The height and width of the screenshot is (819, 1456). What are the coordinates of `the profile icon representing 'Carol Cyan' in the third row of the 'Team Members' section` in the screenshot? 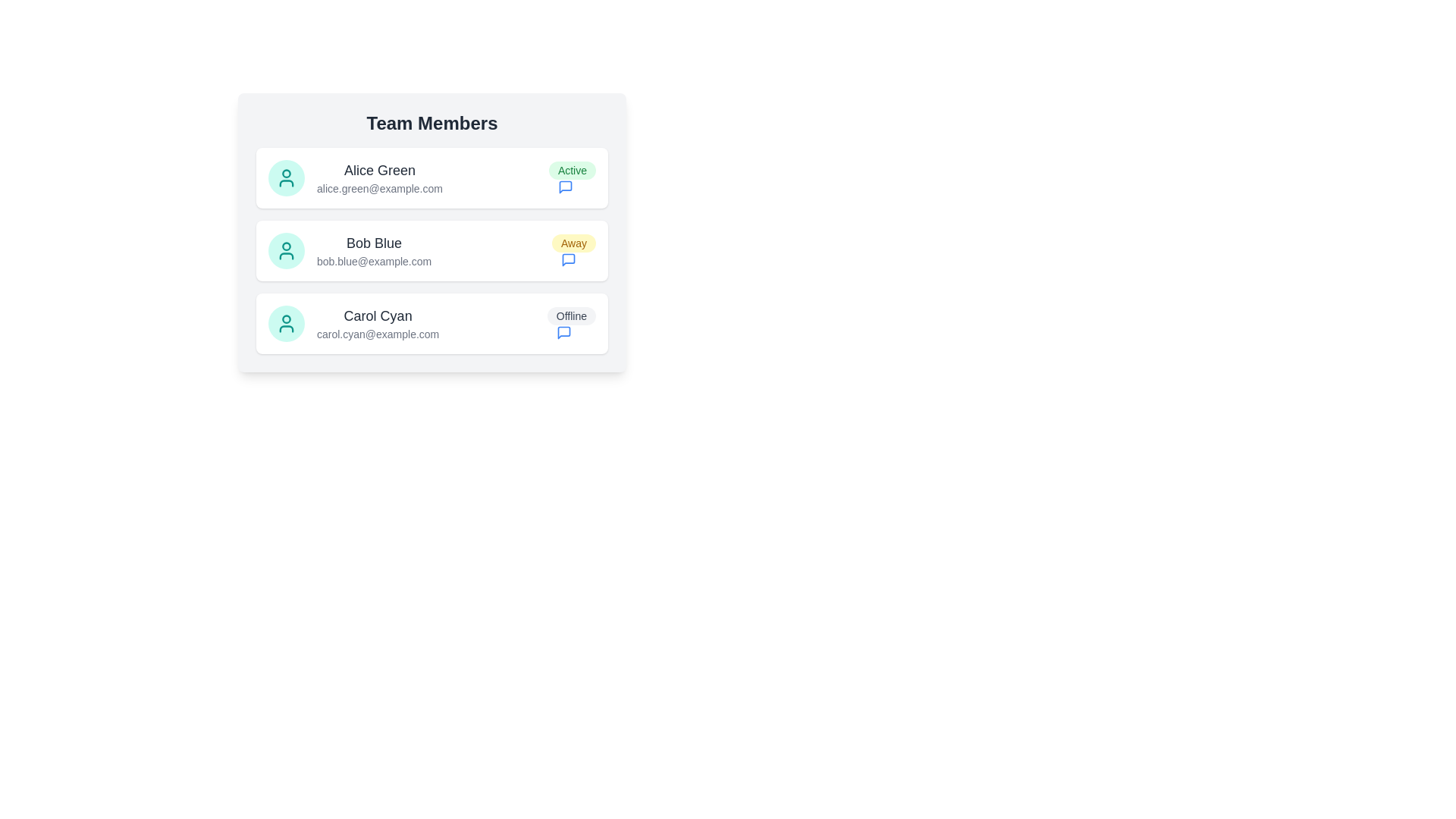 It's located at (287, 323).